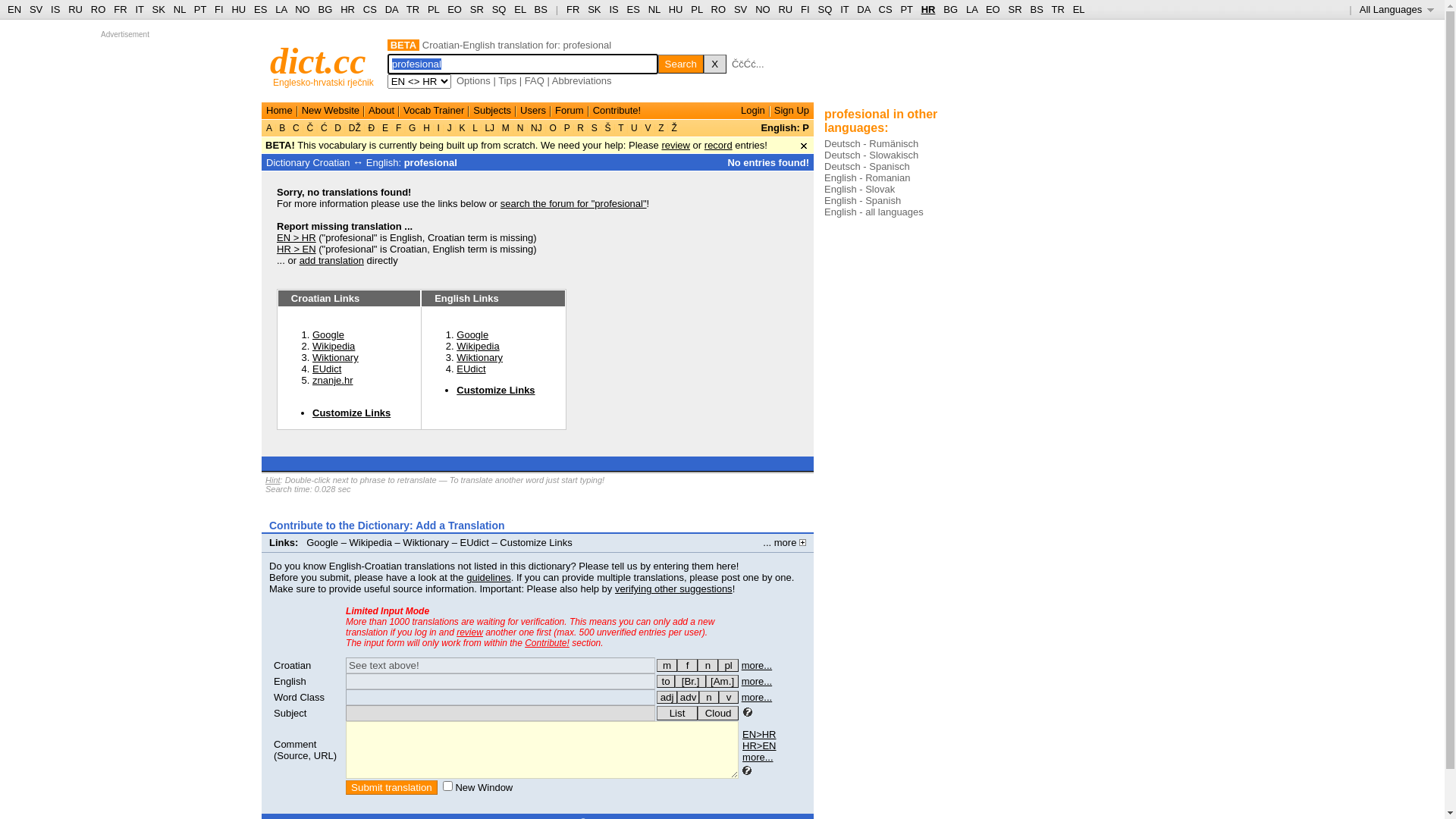 The height and width of the screenshot is (819, 1456). Describe the element at coordinates (707, 664) in the screenshot. I see `'srednji rod'` at that location.